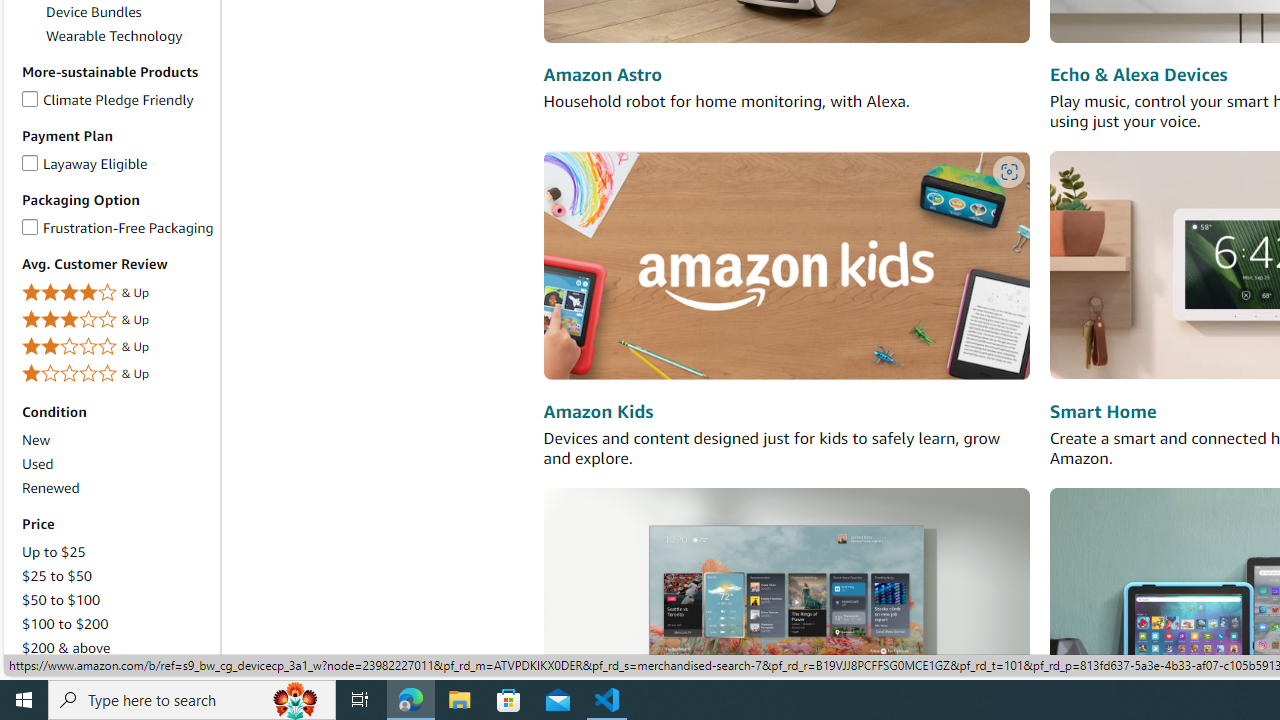 The height and width of the screenshot is (720, 1280). Describe the element at coordinates (50, 487) in the screenshot. I see `'Renewed'` at that location.